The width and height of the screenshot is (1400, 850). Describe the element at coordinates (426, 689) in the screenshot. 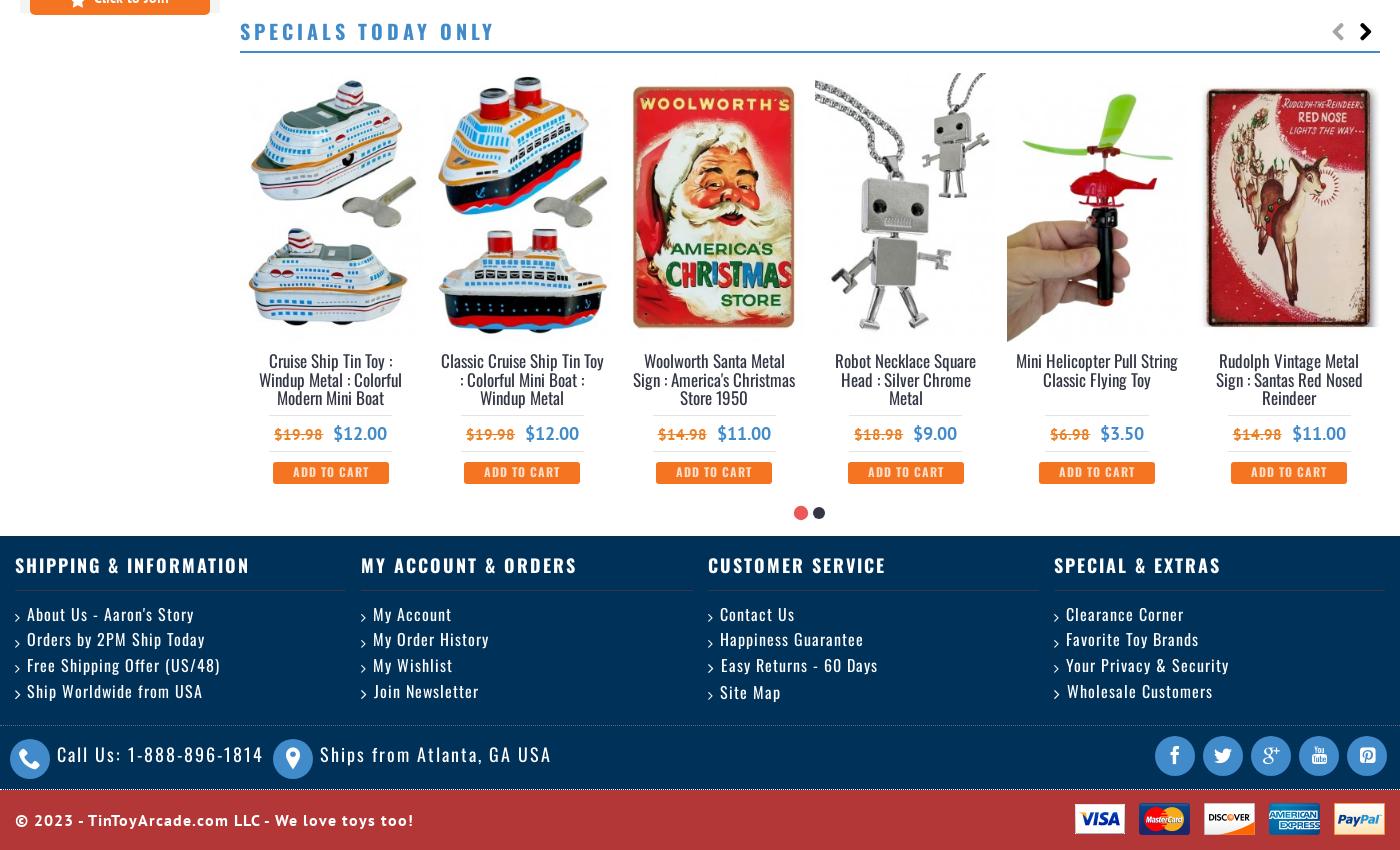

I see `'Join Newsletter'` at that location.